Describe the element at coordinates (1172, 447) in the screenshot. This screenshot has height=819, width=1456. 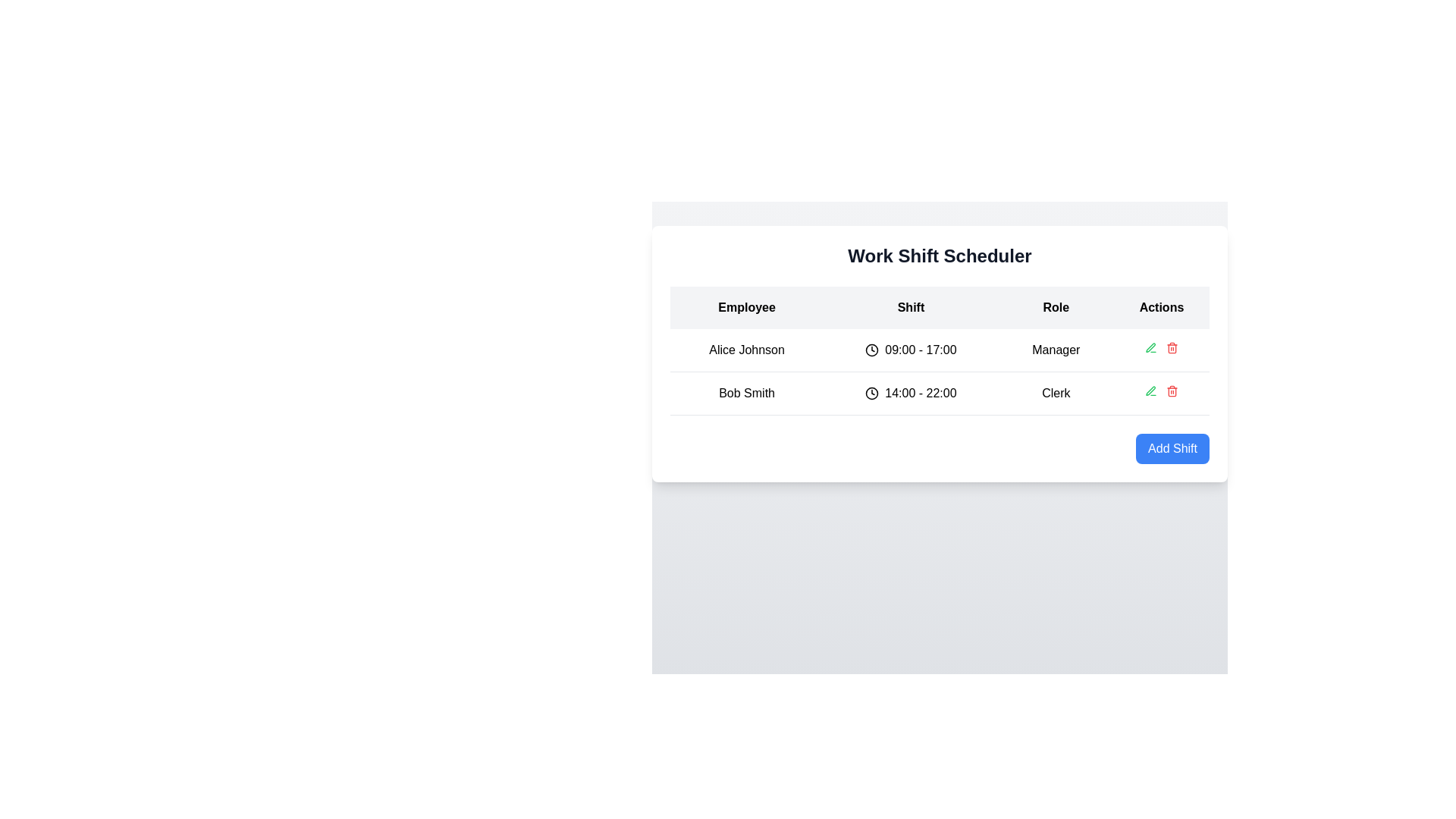
I see `the button that allows users to add a new shift to the schedule, located at the bottom-right corner of the 'Work Shift Scheduler' card` at that location.